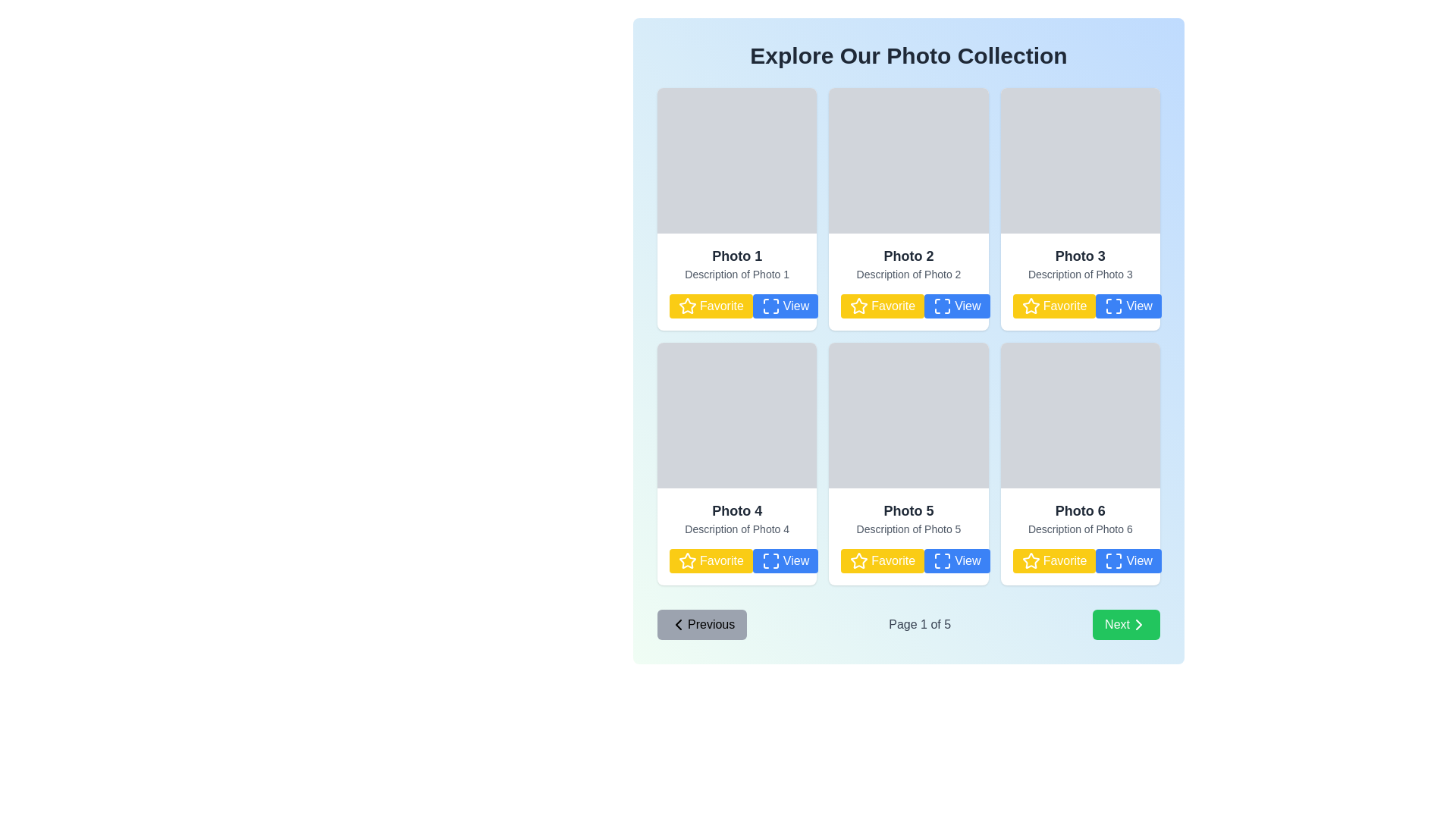  Describe the element at coordinates (956, 306) in the screenshot. I see `the 'View' button located to the right of the 'Favorite' button, which is intended` at that location.